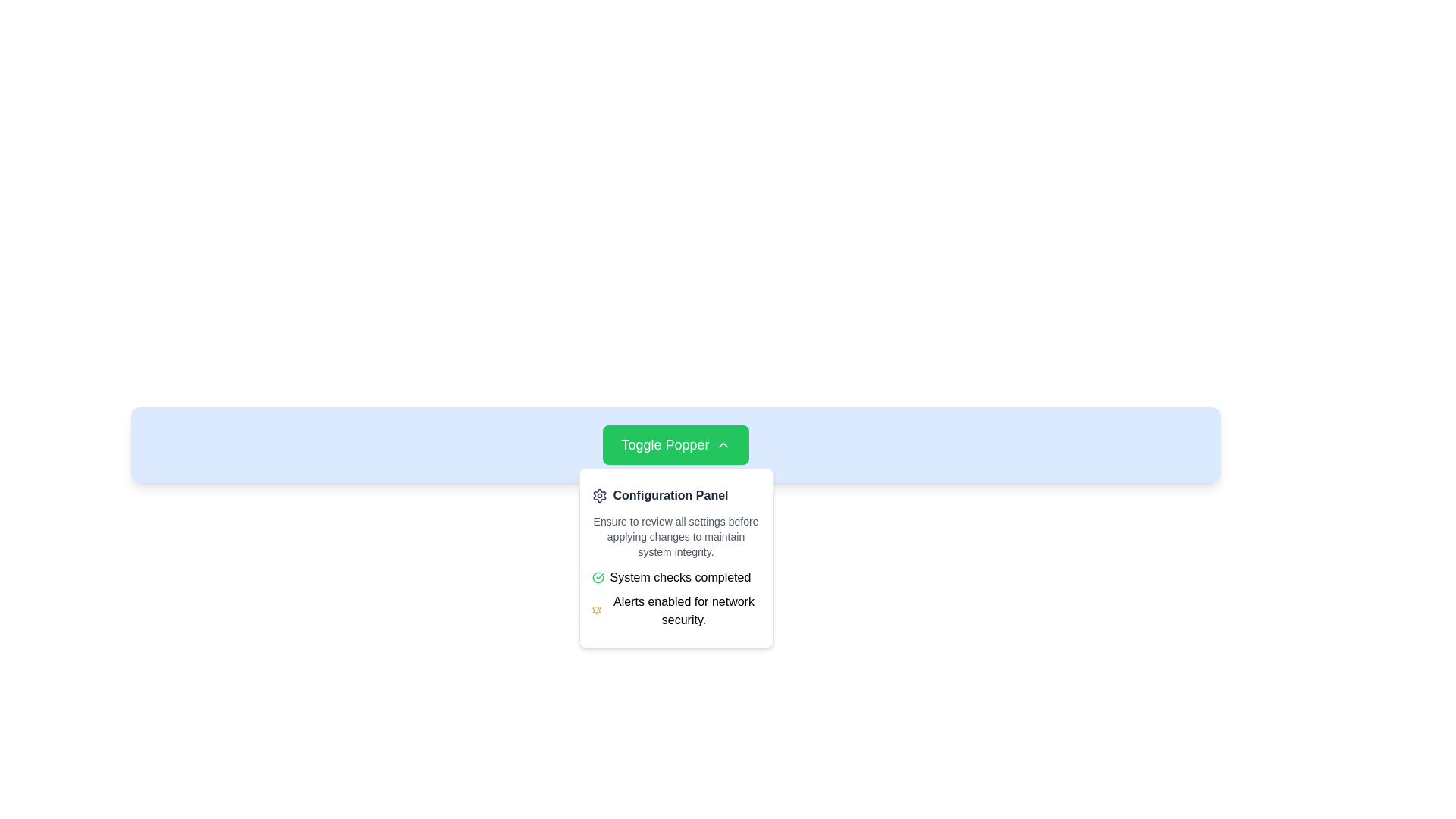  I want to click on advisory information from the Text block located beneath the 'Configuration Panel' header and above system status messages, so click(675, 536).